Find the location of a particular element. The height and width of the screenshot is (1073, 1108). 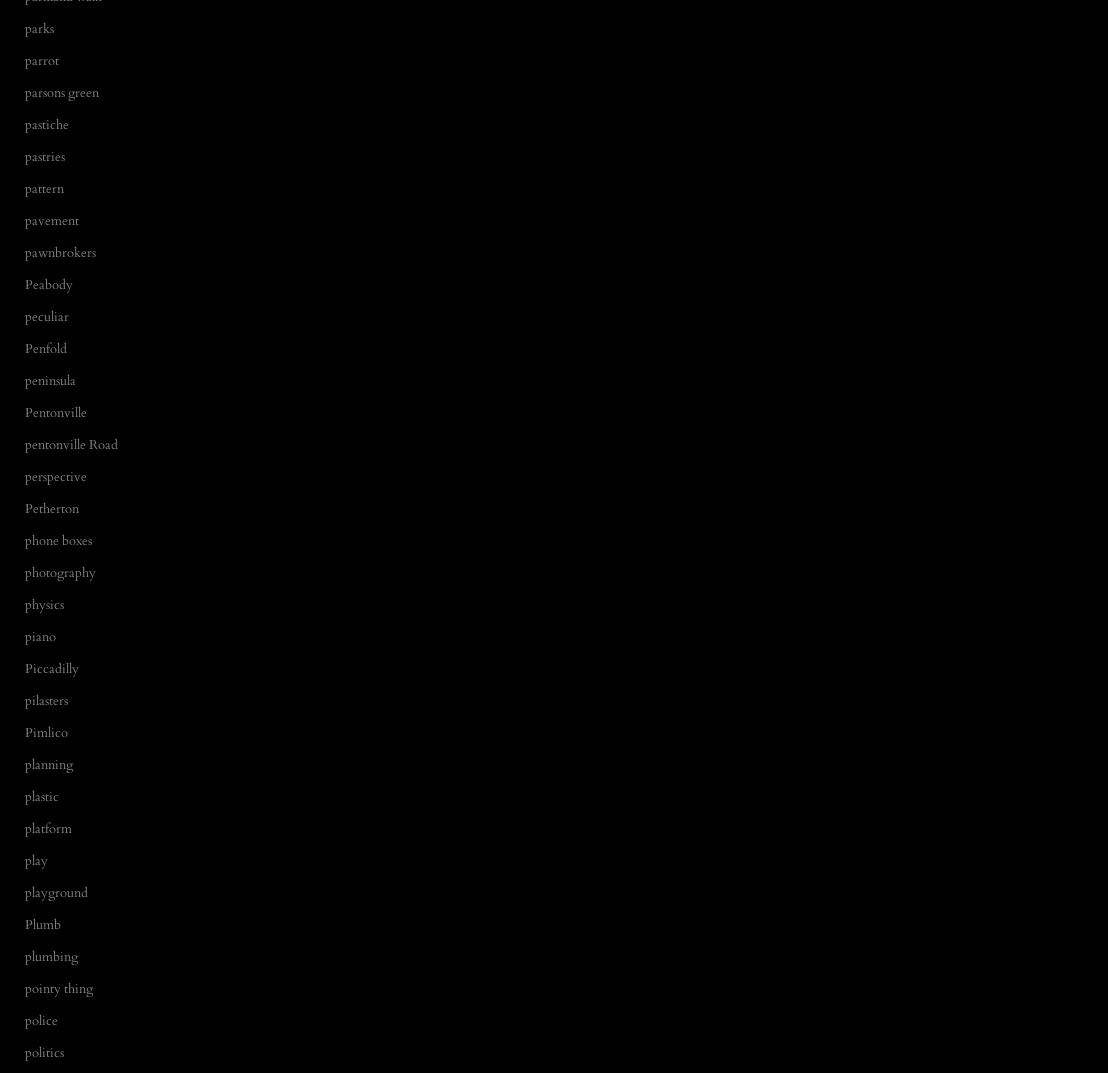

'pointy thing' is located at coordinates (57, 987).